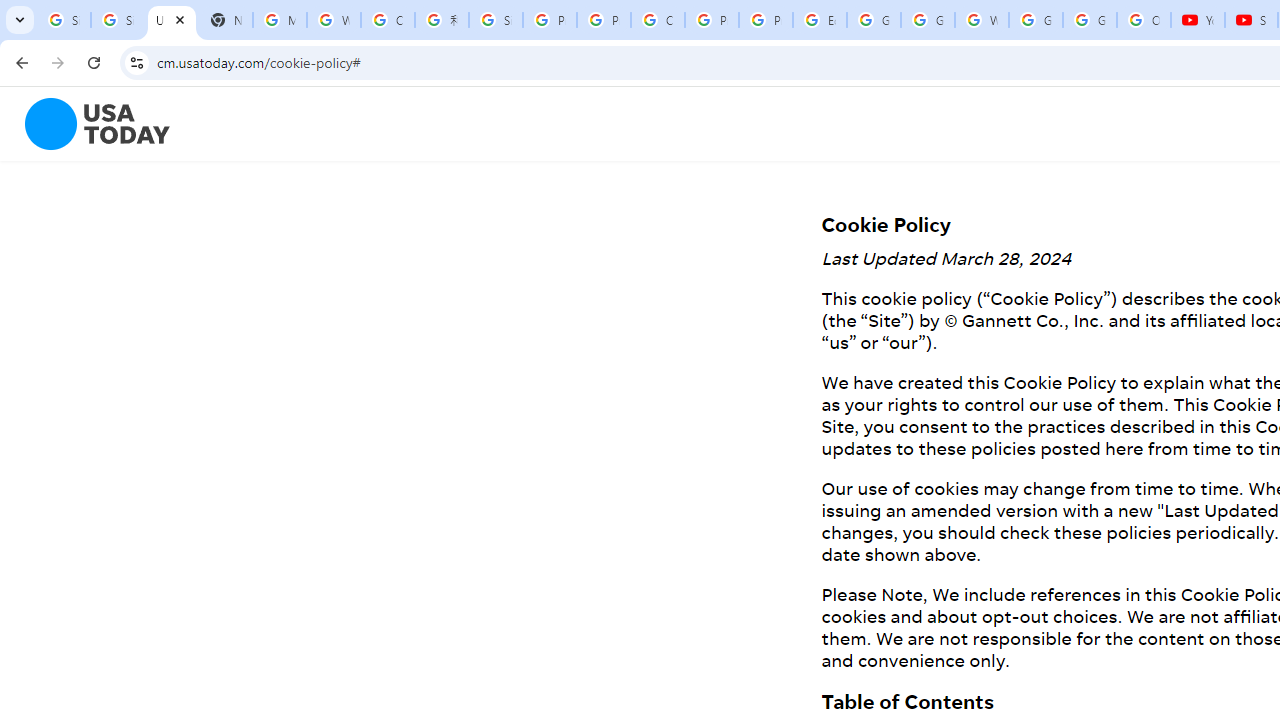 Image resolution: width=1280 pixels, height=720 pixels. What do you see at coordinates (334, 20) in the screenshot?
I see `'Who is my administrator? - Google Account Help'` at bounding box center [334, 20].